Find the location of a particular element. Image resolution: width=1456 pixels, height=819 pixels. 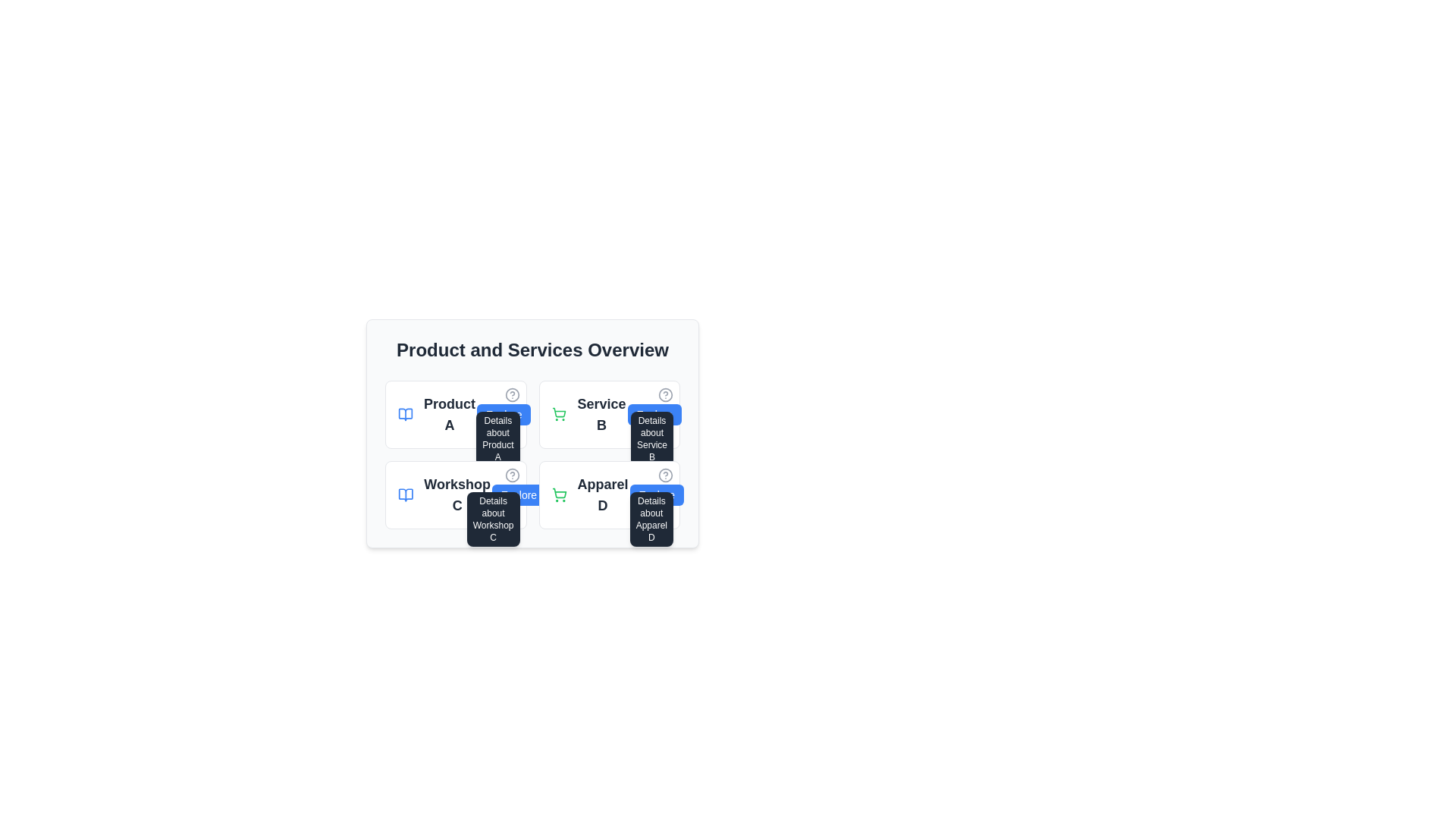

the text element displaying 'Apparel D' located in the bottom right quadrant of the 'Product and Services Overview' layout, emphasized in large, bold, dark gray font is located at coordinates (602, 494).